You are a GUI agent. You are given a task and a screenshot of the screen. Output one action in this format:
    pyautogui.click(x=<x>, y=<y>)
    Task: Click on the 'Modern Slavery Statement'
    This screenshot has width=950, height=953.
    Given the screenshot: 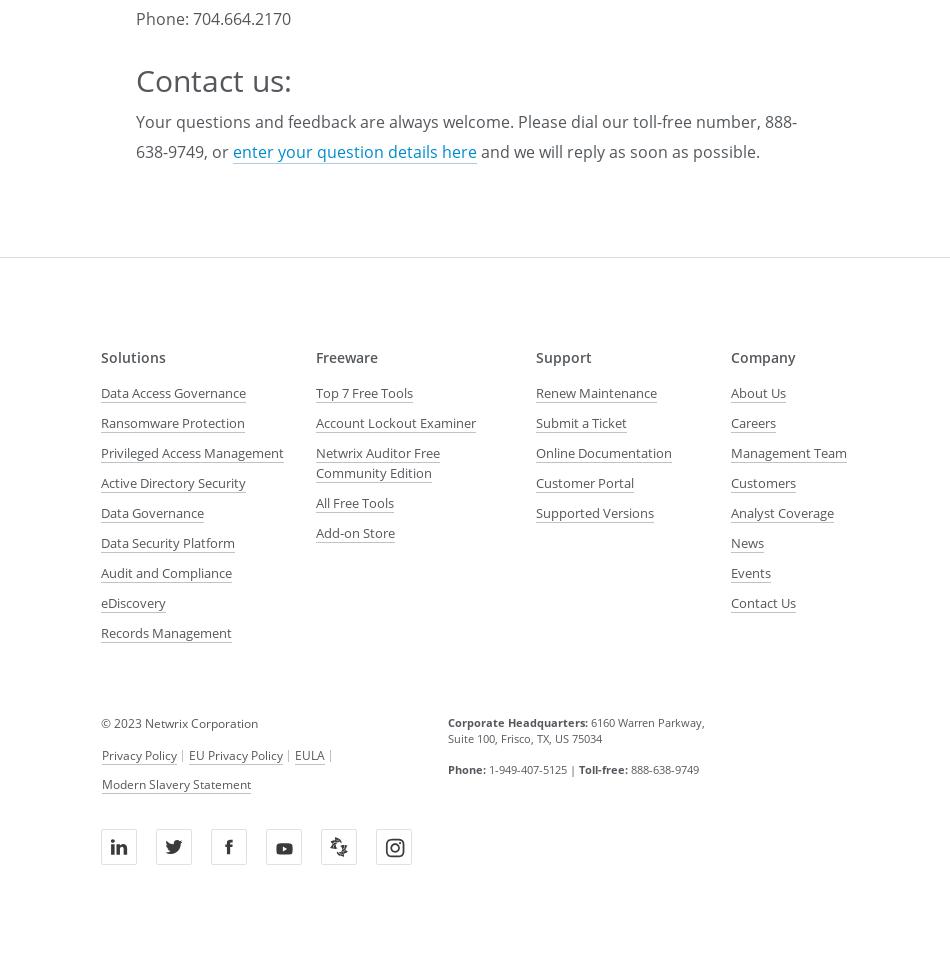 What is the action you would take?
    pyautogui.click(x=176, y=783)
    